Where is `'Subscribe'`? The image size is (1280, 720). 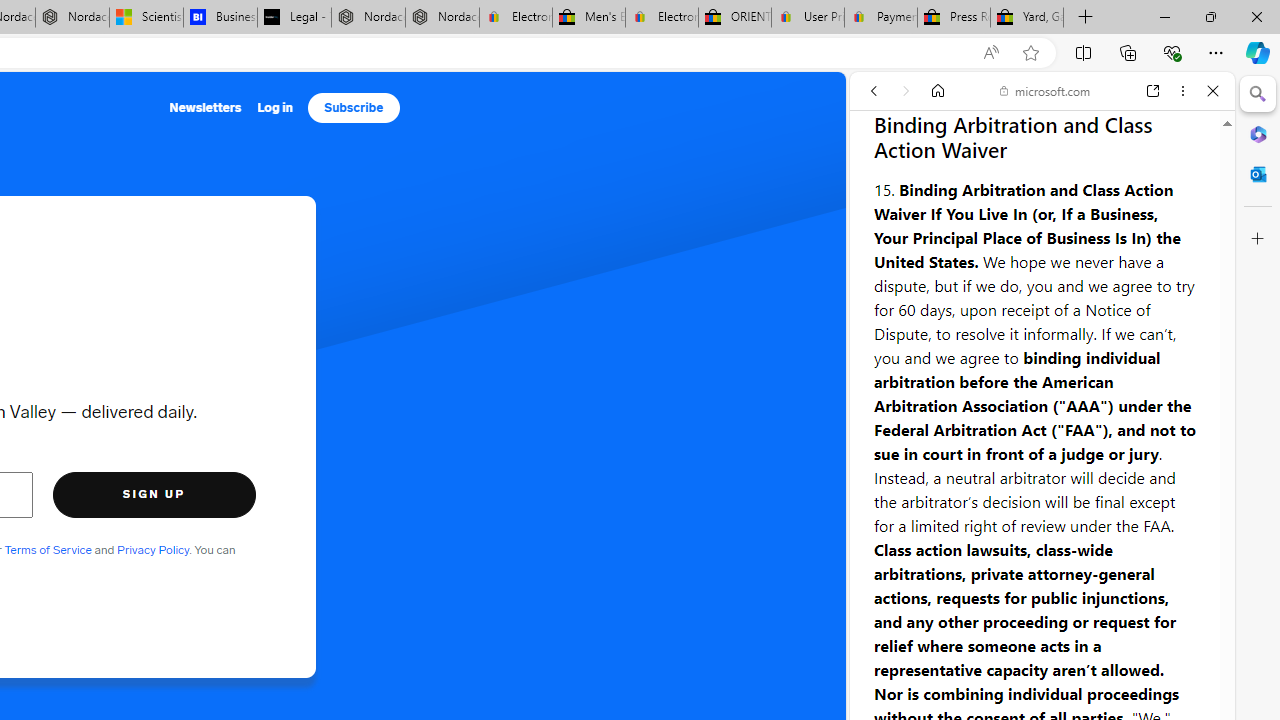
'Subscribe' is located at coordinates (353, 108).